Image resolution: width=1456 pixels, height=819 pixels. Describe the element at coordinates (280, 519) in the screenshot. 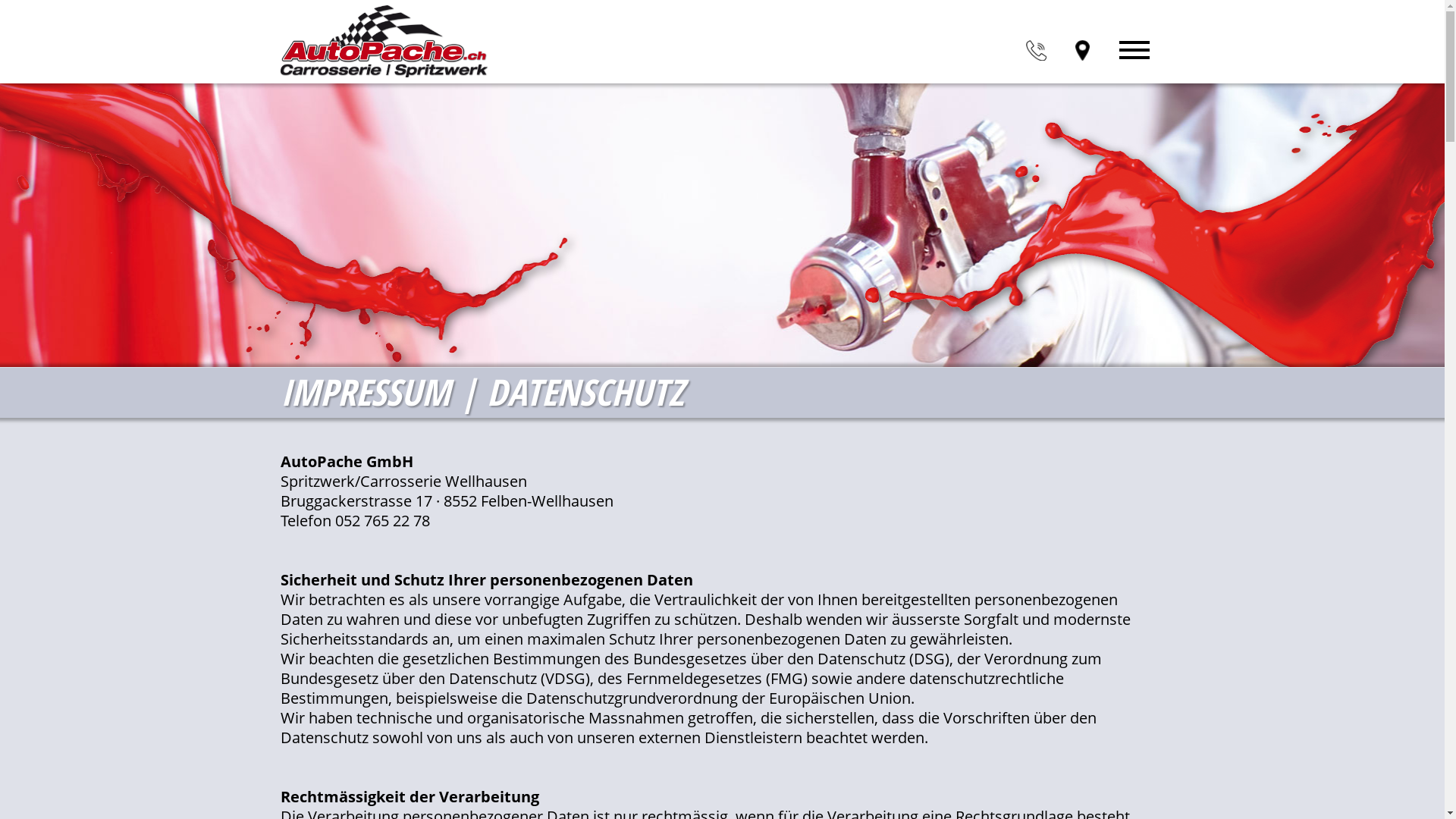

I see `'Telefon 052 765 22 78'` at that location.